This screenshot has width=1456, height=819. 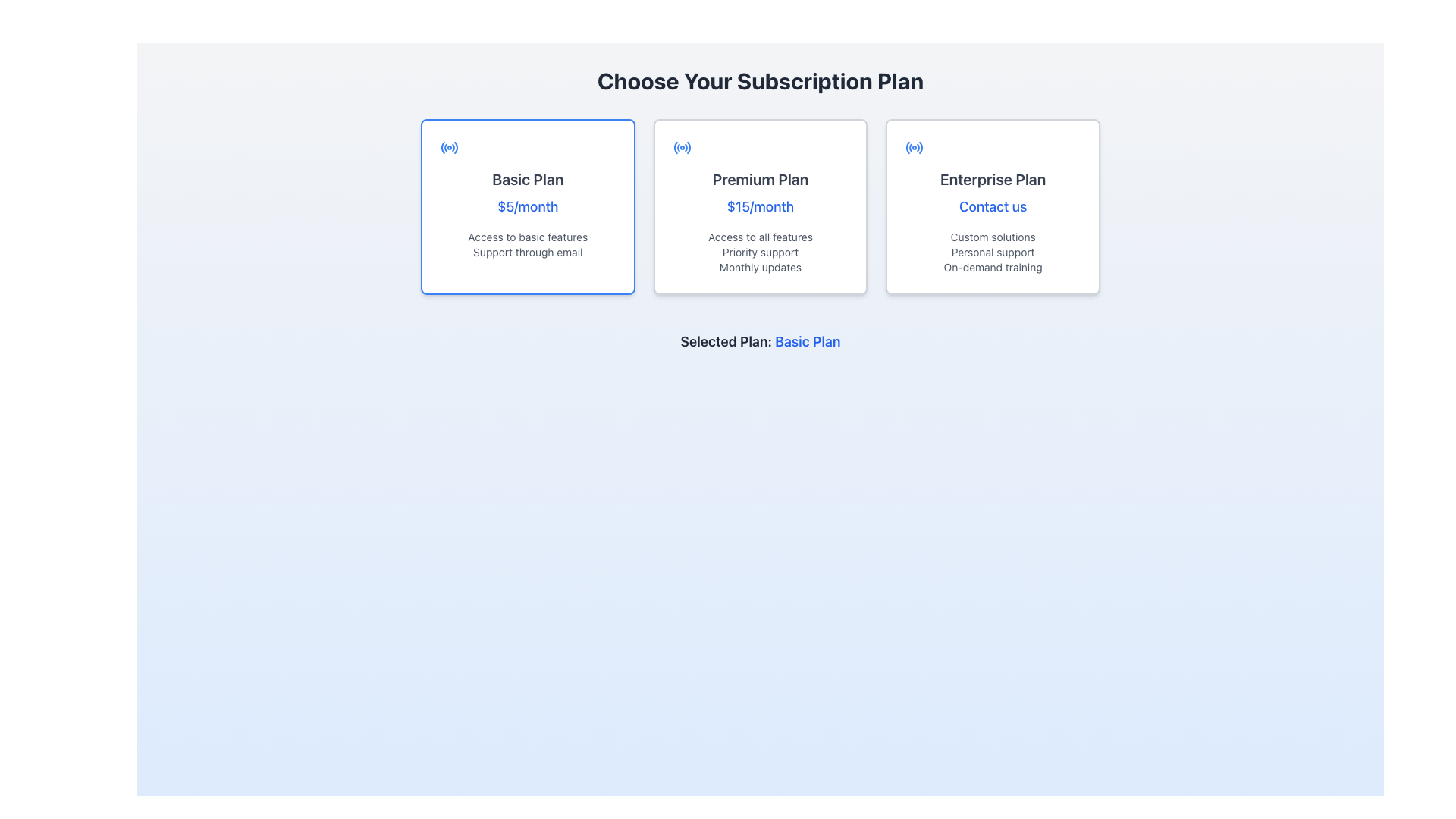 I want to click on the text label displaying 'Custom solutions' in light gray color, positioned beneath the 'Enterprise Plan' card in the subscription plan selection interface, so click(x=993, y=237).